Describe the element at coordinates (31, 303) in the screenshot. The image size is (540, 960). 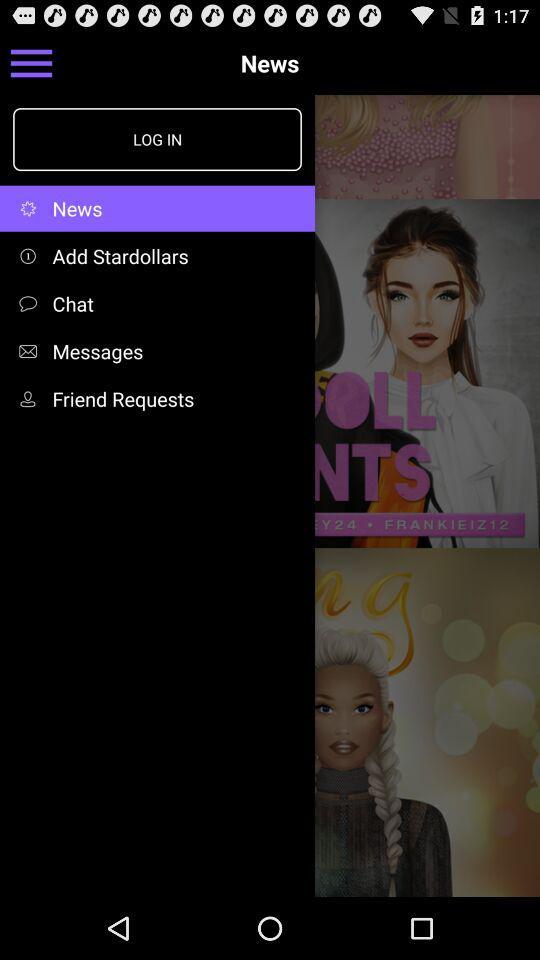
I see `icon left to chat` at that location.